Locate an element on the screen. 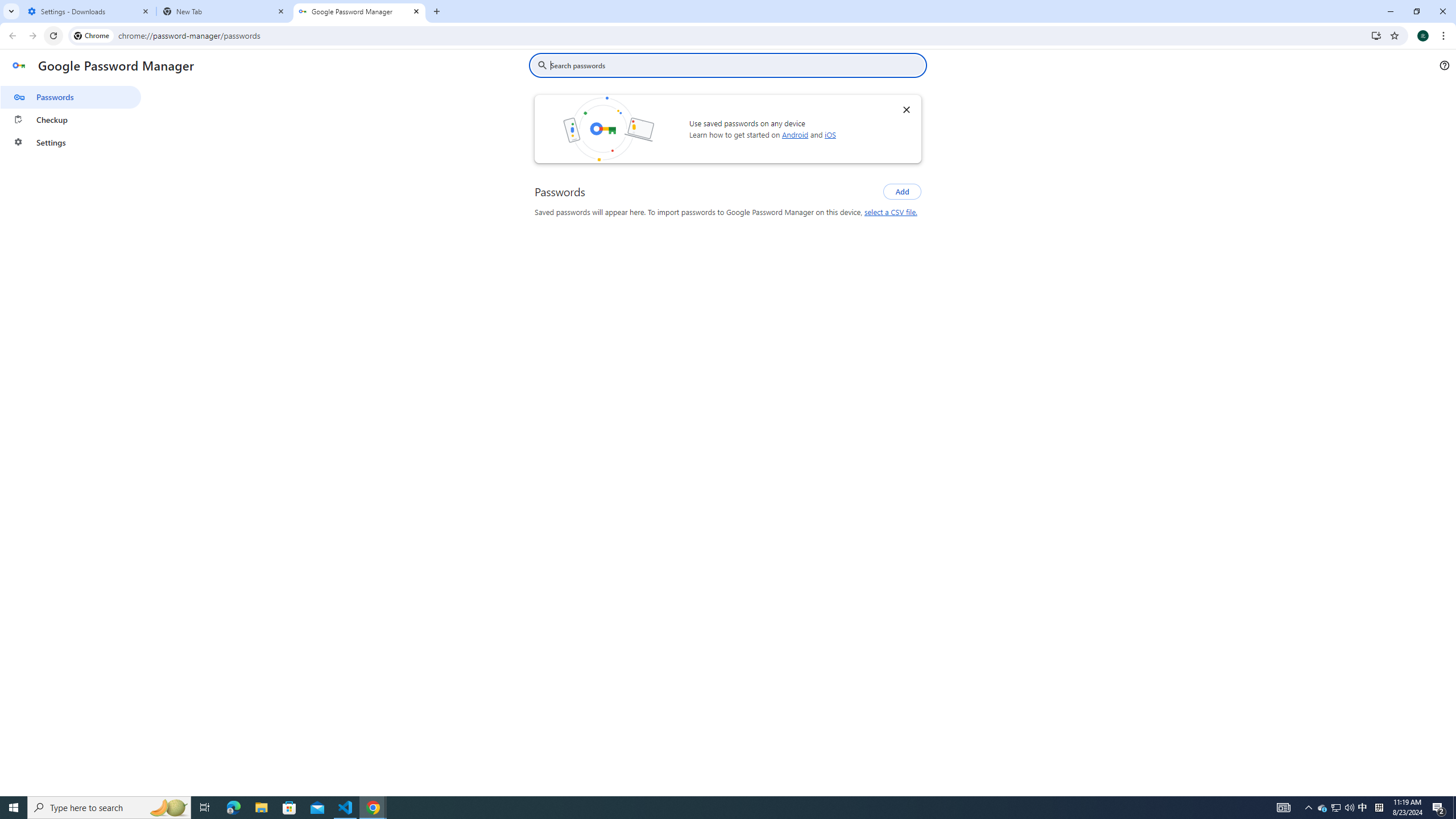  'Dismiss recommendation' is located at coordinates (906, 109).